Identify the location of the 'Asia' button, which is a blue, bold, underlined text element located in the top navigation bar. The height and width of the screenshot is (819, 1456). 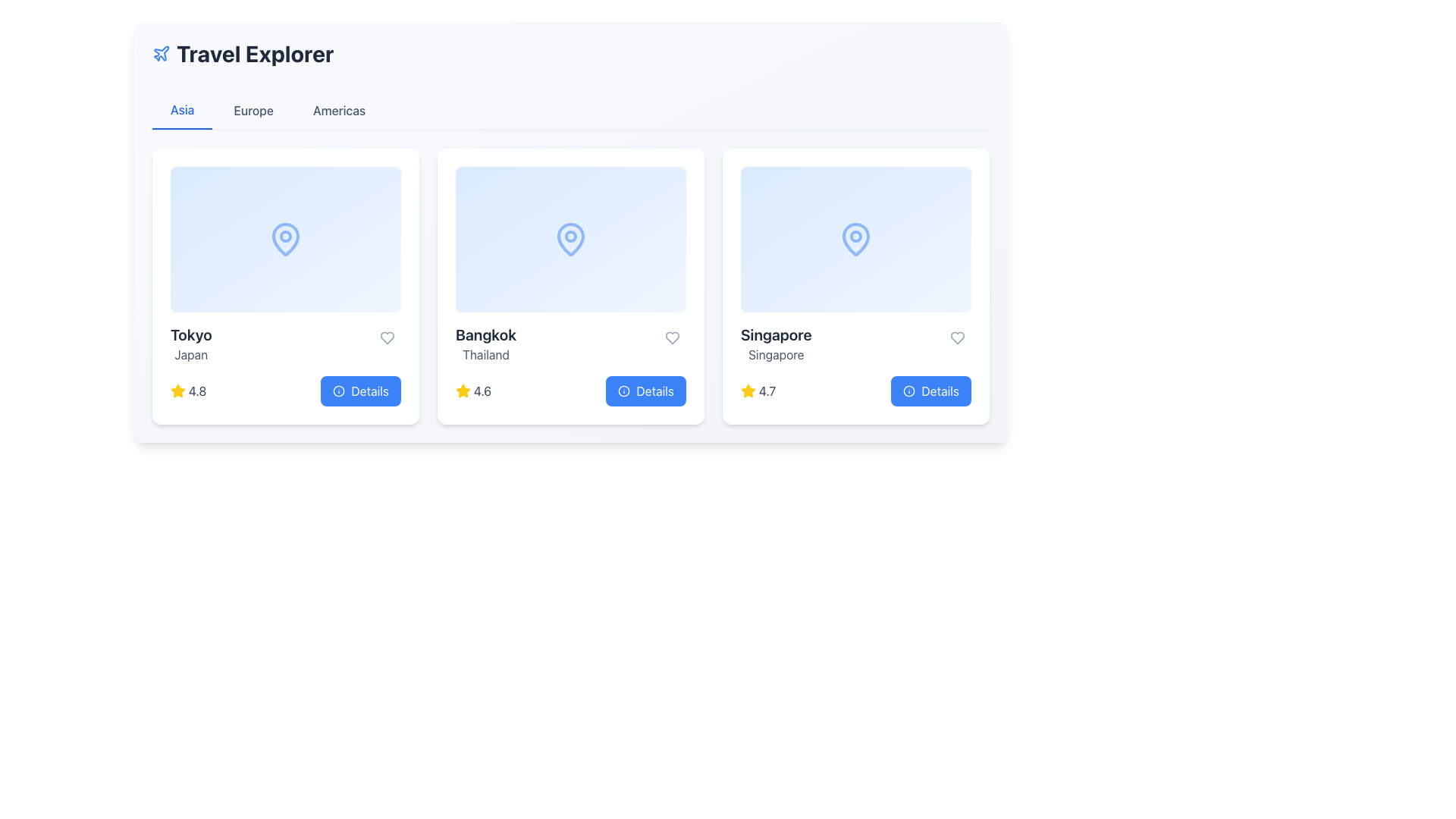
(182, 110).